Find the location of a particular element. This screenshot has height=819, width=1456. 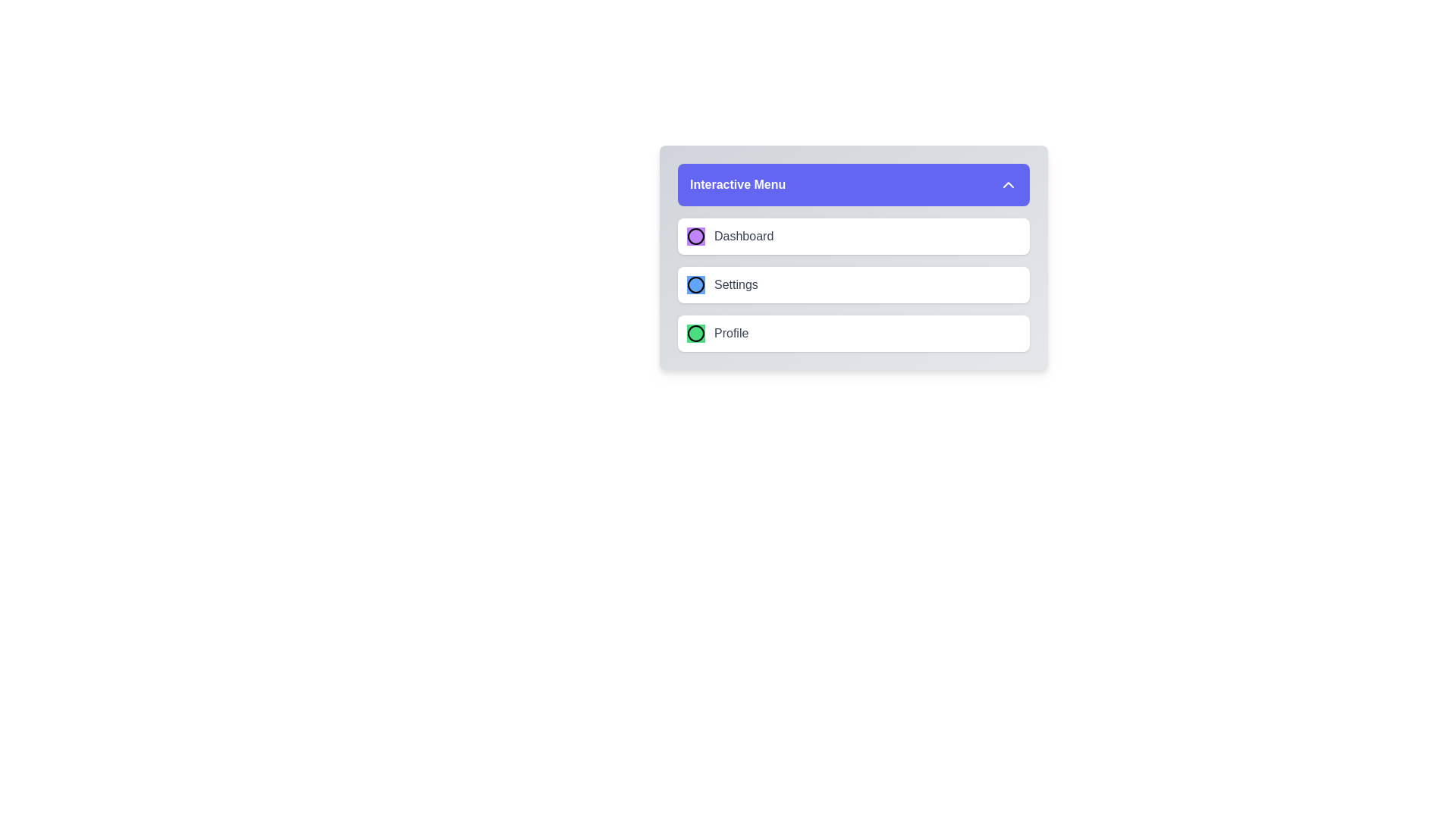

the header button to toggle the menu visibility is located at coordinates (854, 184).